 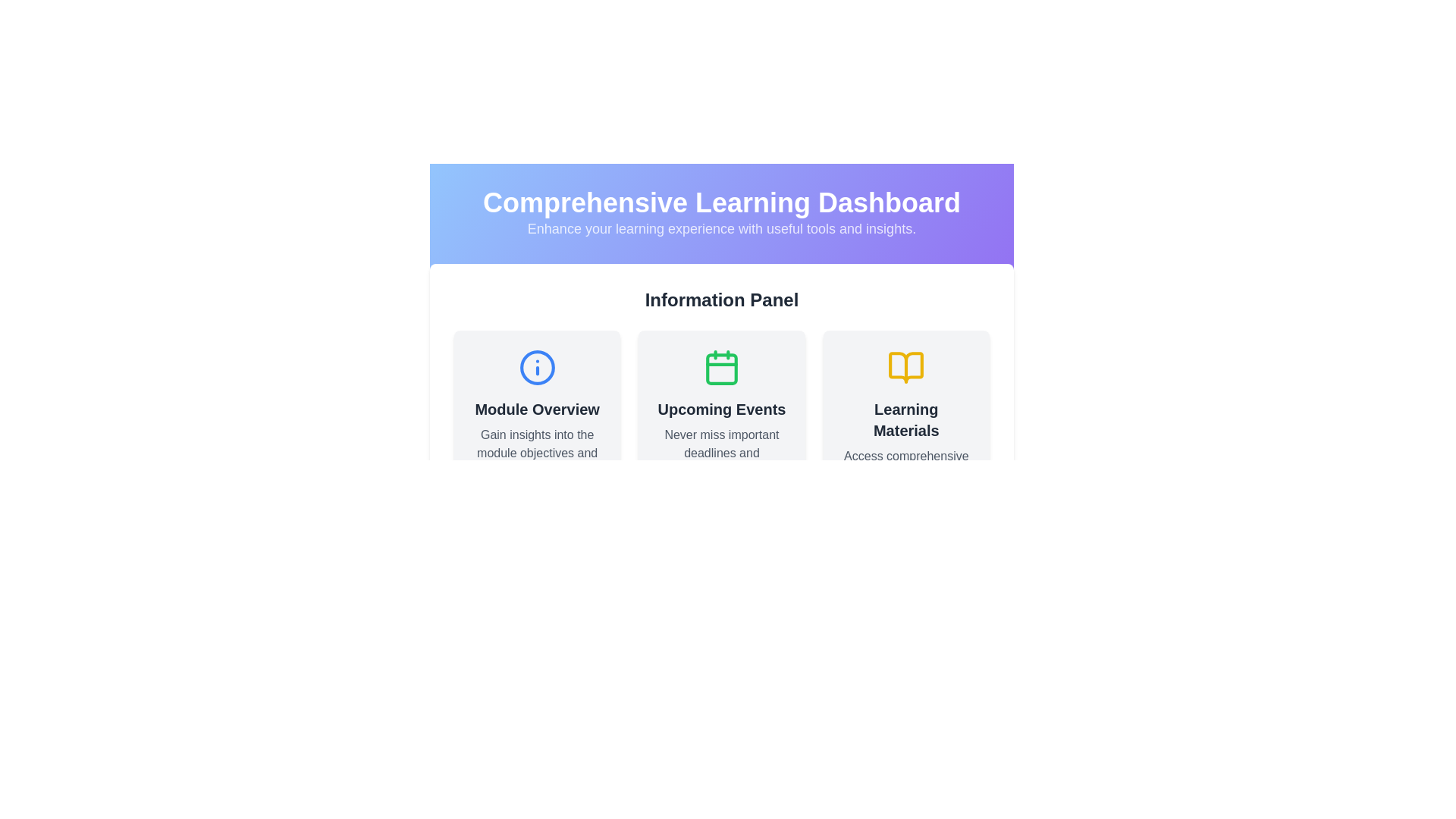 I want to click on the green calendar icon with a rounded rectangle outline and clips at the top, located in the 'Upcoming Events' section of the 'Information Panel', so click(x=720, y=368).